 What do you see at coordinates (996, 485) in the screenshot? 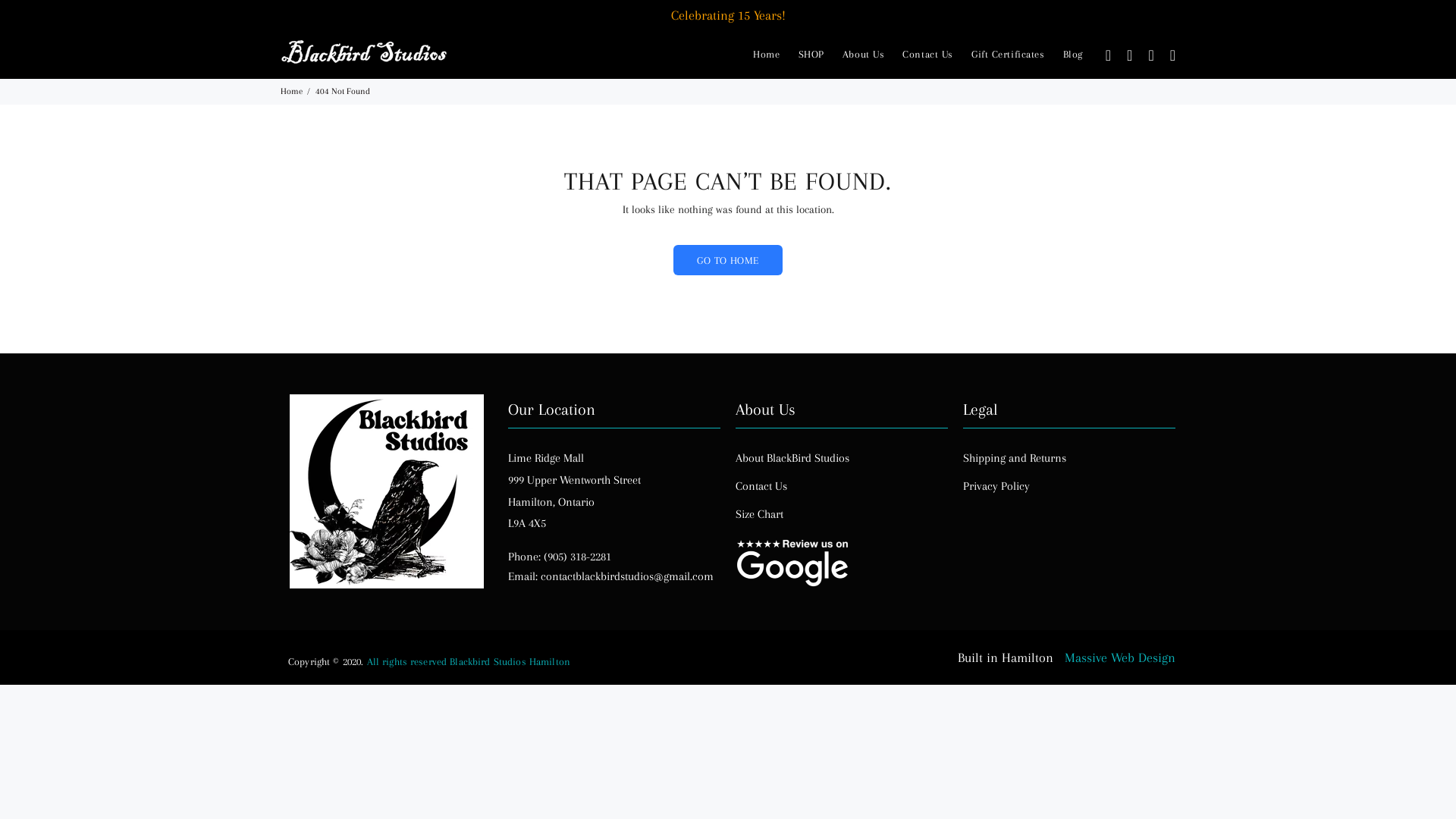
I see `'Privacy Policy'` at bounding box center [996, 485].